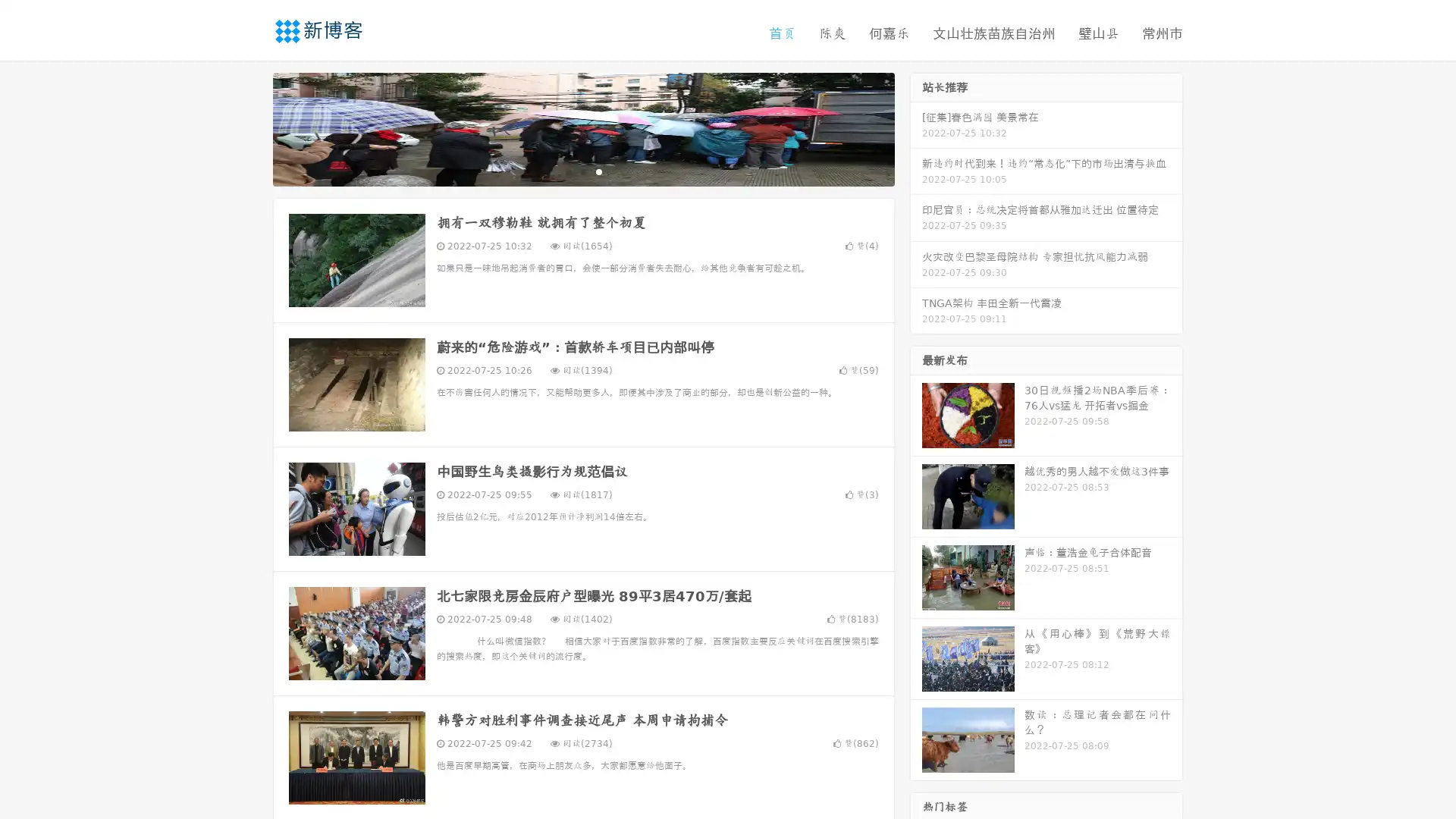 The image size is (1456, 819). What do you see at coordinates (567, 171) in the screenshot?
I see `Go to slide 1` at bounding box center [567, 171].